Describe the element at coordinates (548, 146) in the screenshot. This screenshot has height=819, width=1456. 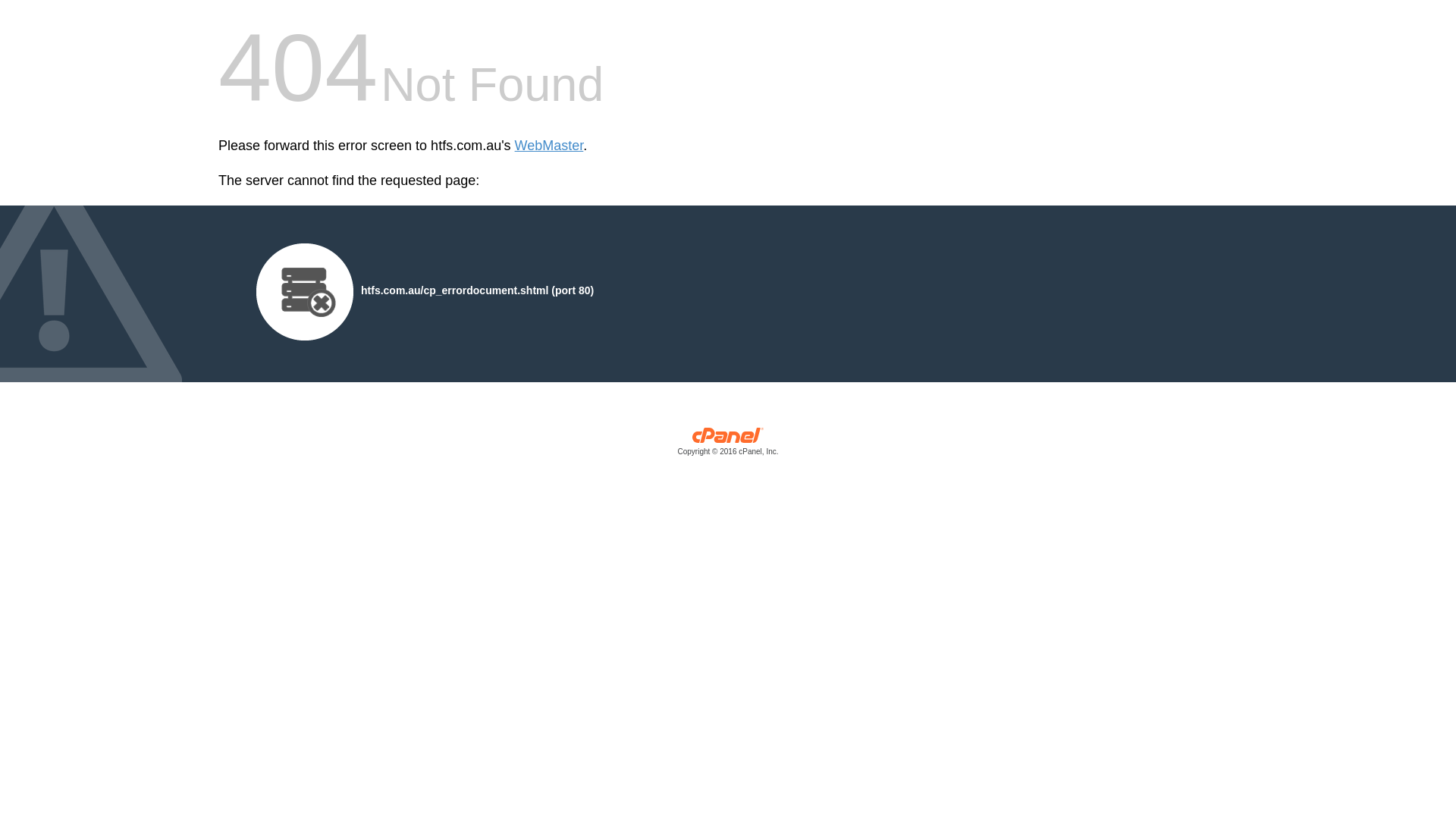
I see `'WebMaster'` at that location.